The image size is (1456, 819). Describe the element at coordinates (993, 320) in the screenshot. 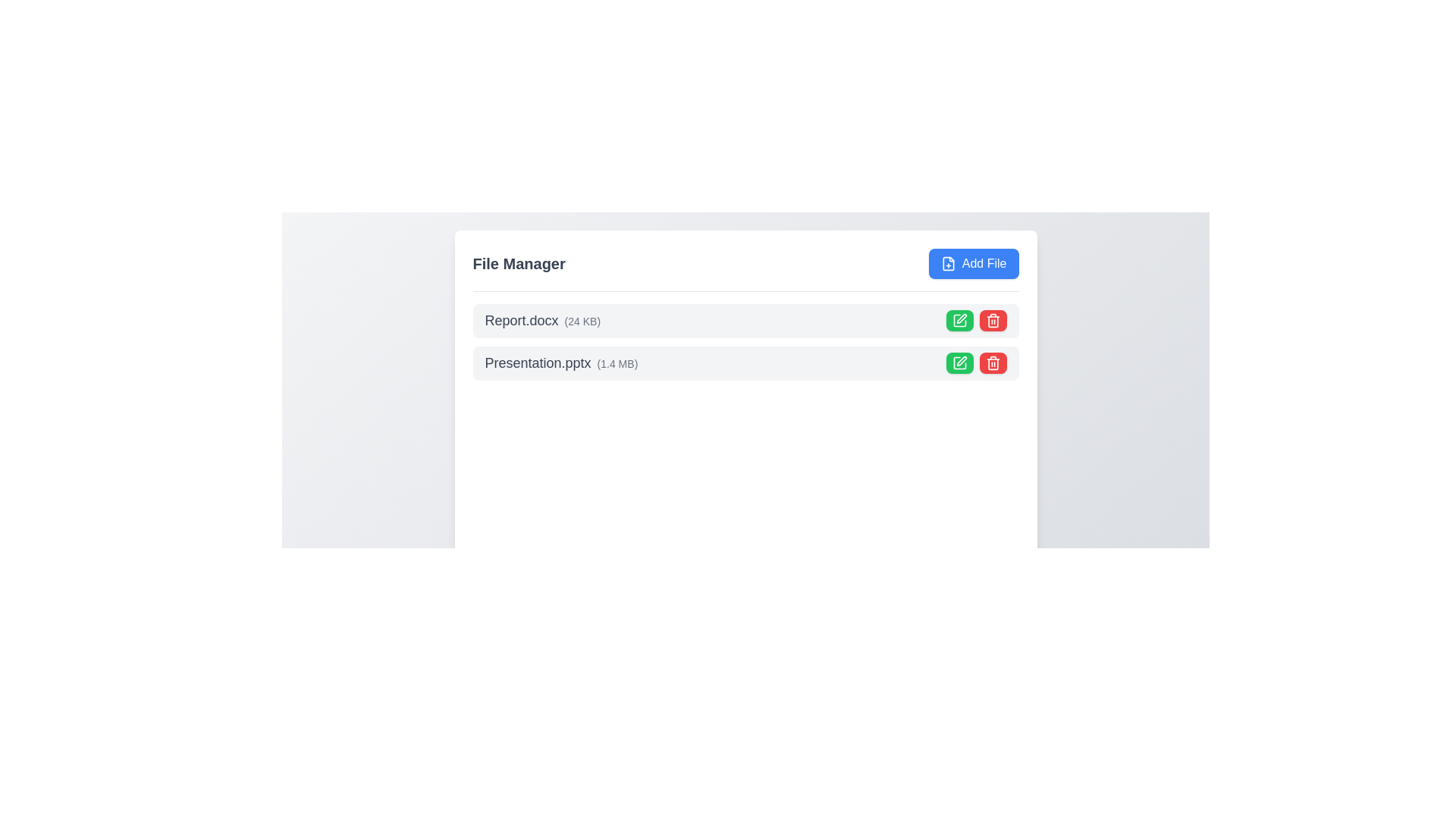

I see `the trash icon button with a red background located next to the 'Presentation.pptx' file listing` at that location.